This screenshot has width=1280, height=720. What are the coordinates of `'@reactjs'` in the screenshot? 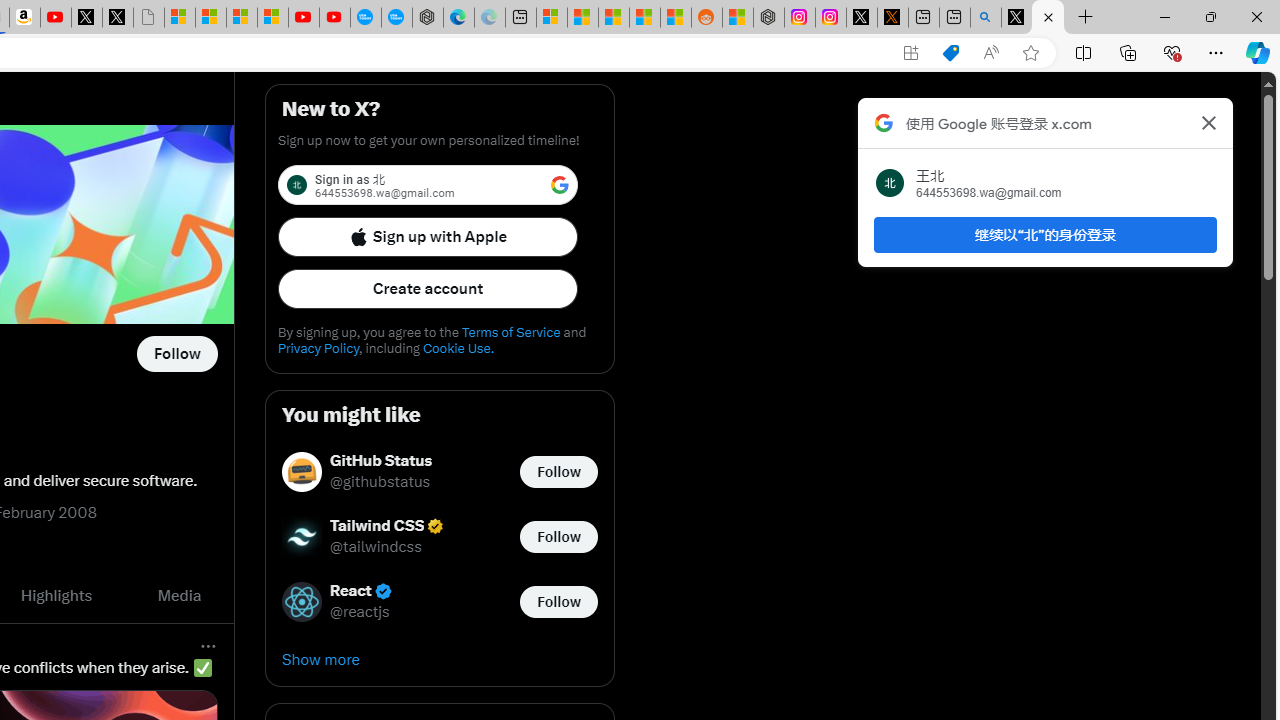 It's located at (360, 611).